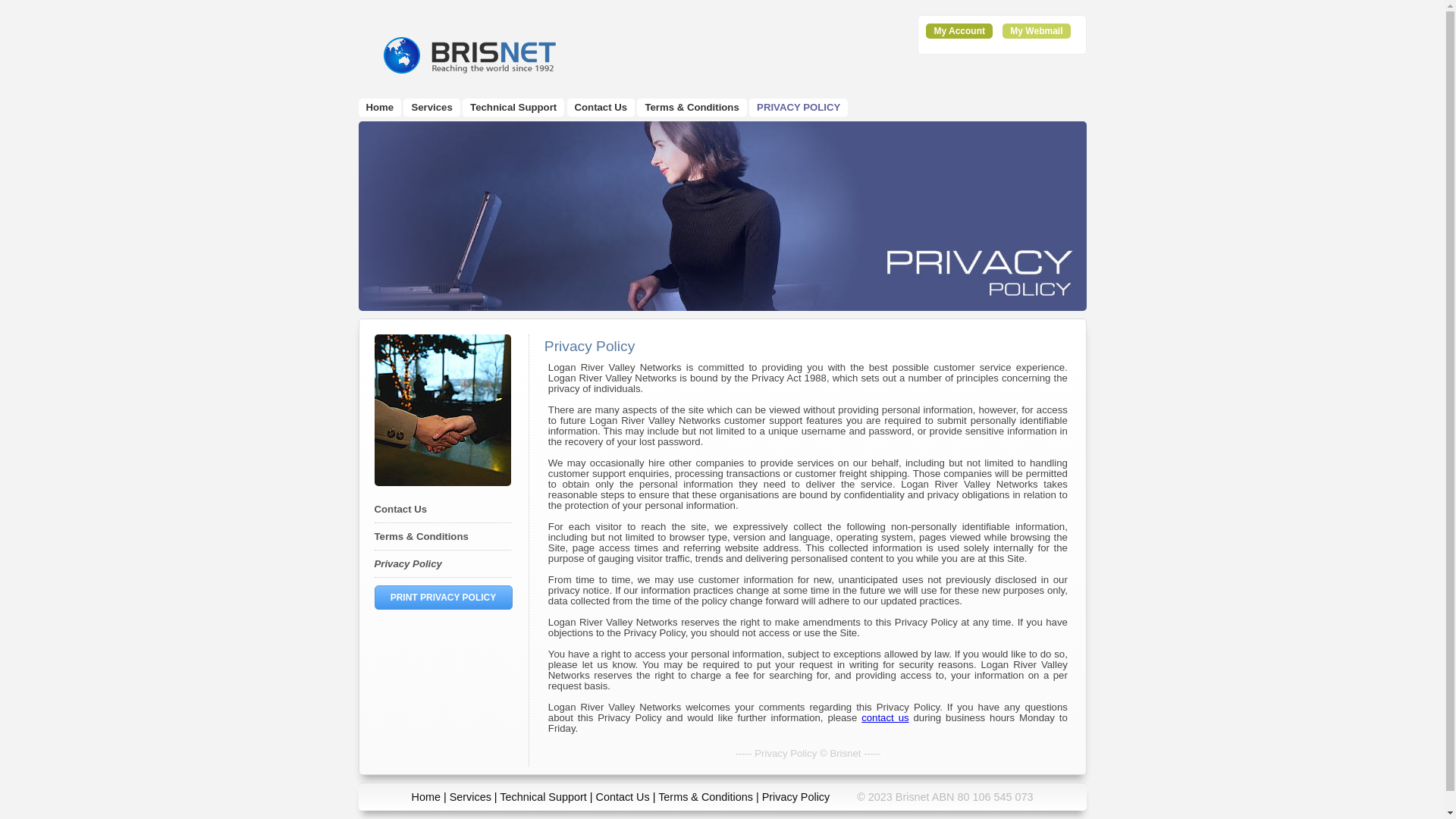 The height and width of the screenshot is (819, 1456). I want to click on 'Privacy Policy', so click(408, 563).